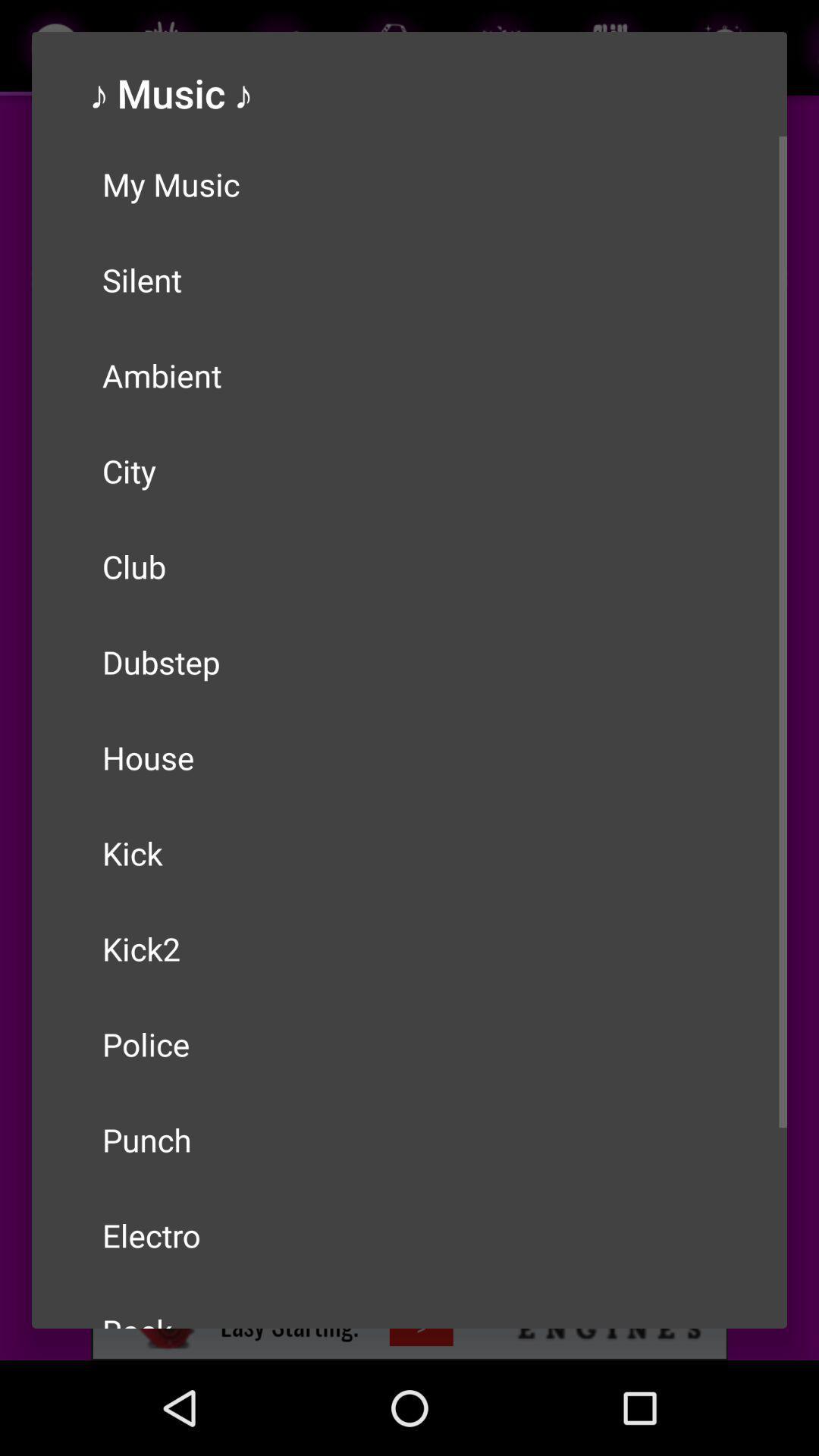 The height and width of the screenshot is (1456, 819). What do you see at coordinates (409, 1235) in the screenshot?
I see `item below the 		punch icon` at bounding box center [409, 1235].